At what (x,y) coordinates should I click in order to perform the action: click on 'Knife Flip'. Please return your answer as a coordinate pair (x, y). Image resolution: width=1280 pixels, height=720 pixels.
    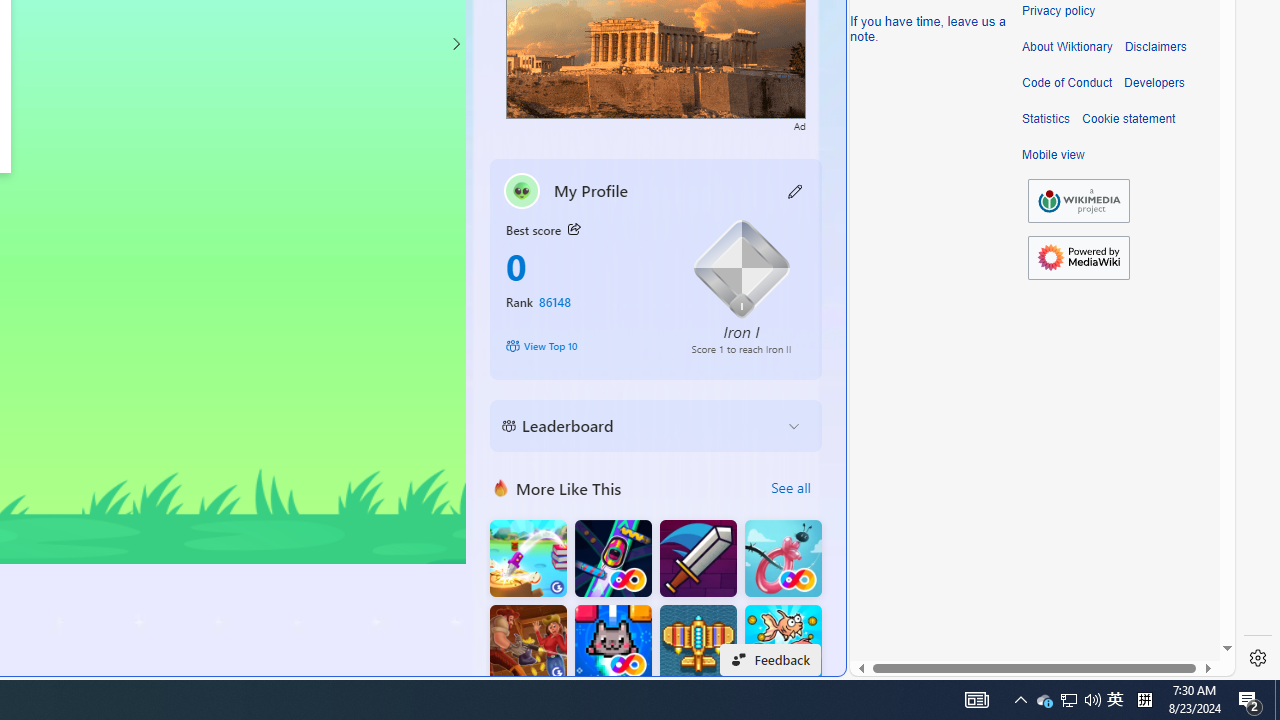
    Looking at the image, I should click on (528, 558).